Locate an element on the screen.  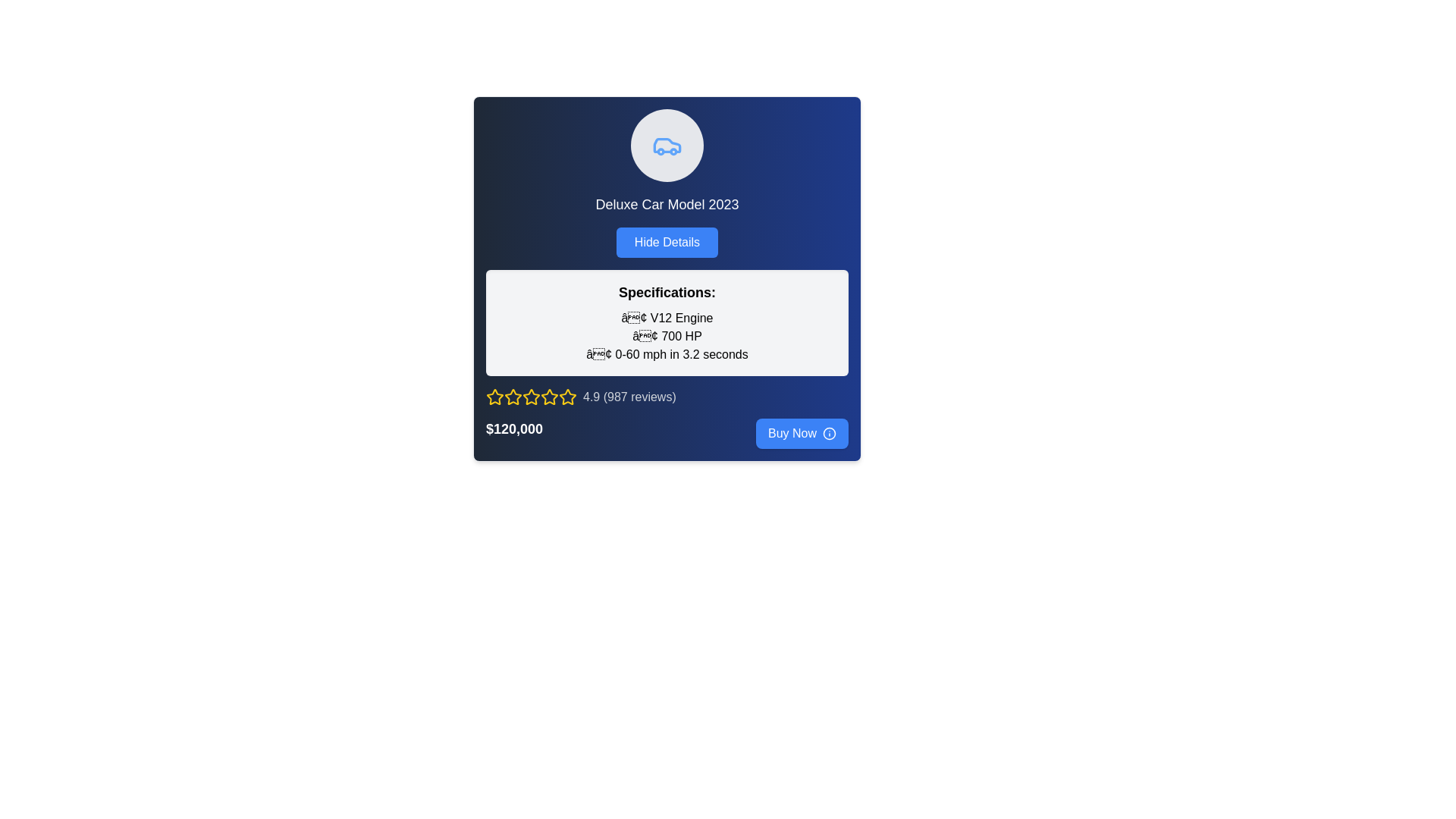
the text label that reads 'Deluxe Car Model 2023', which is styled in white and positioned below a car icon and above the 'Hide Details' button is located at coordinates (667, 205).